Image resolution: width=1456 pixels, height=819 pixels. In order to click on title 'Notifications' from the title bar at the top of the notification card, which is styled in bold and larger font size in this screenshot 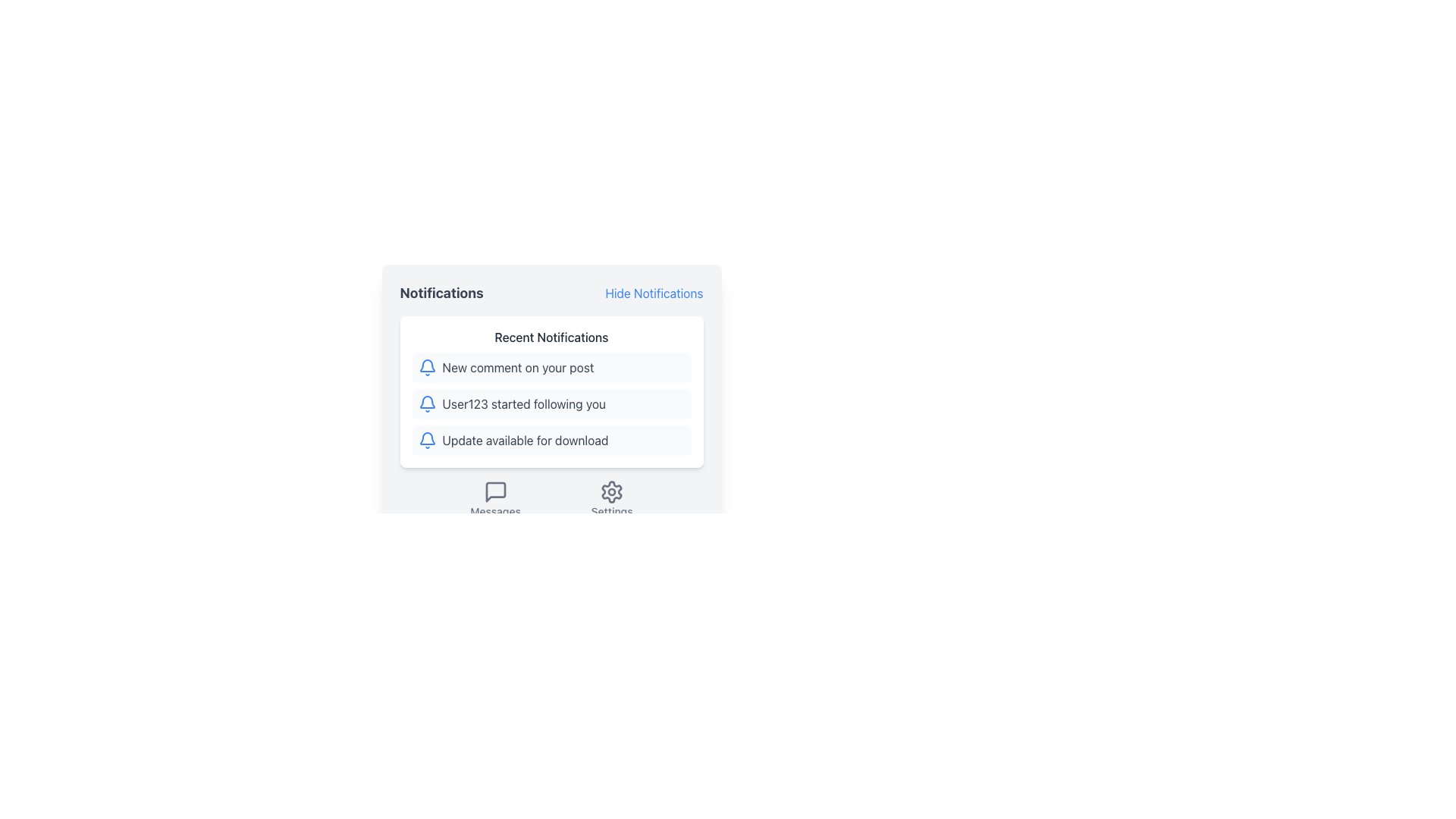, I will do `click(551, 293)`.